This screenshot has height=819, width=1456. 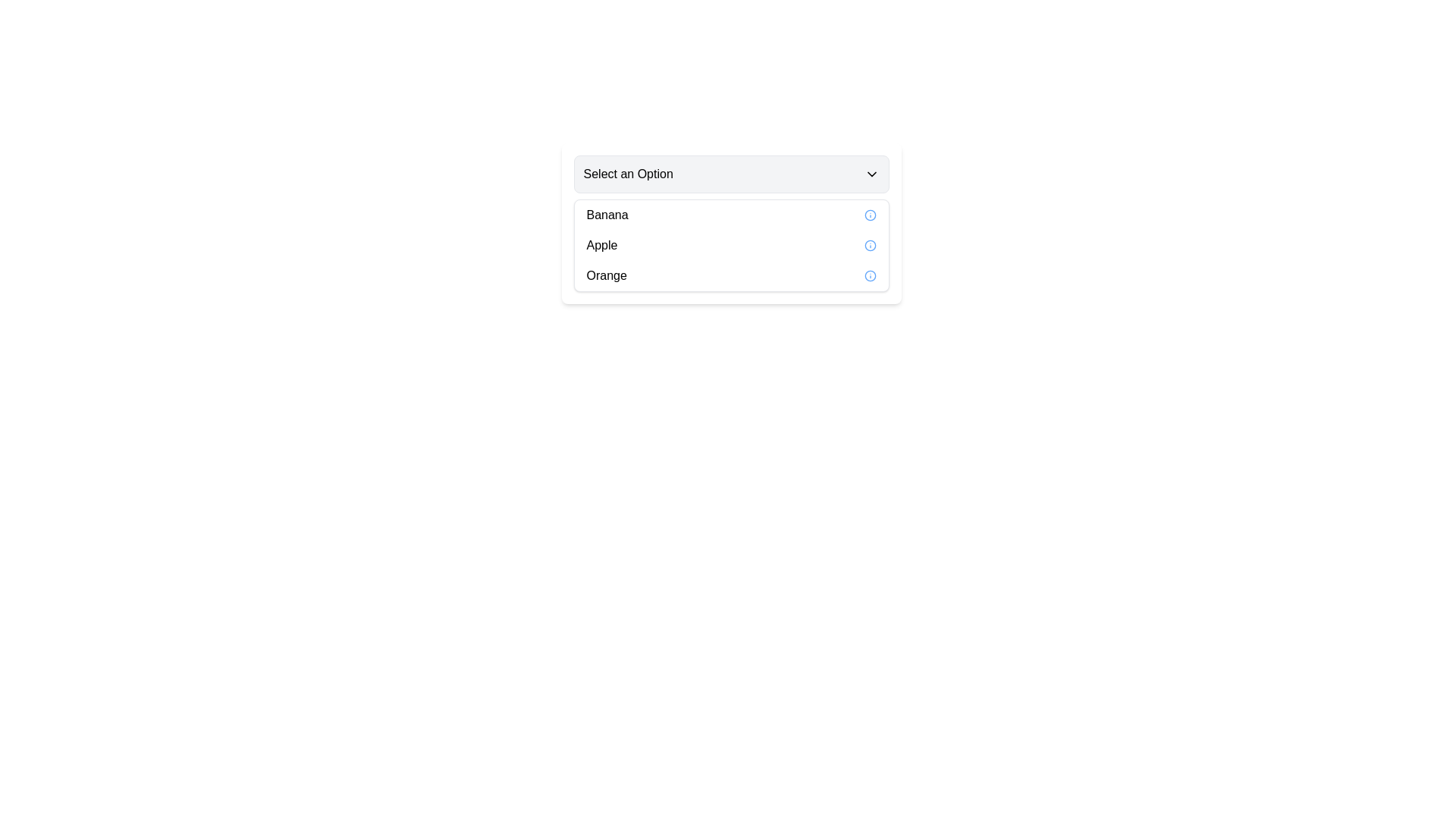 I want to click on the dropdown selector that says 'Select an Option' by clicking it to enable keyboard input, so click(x=731, y=174).